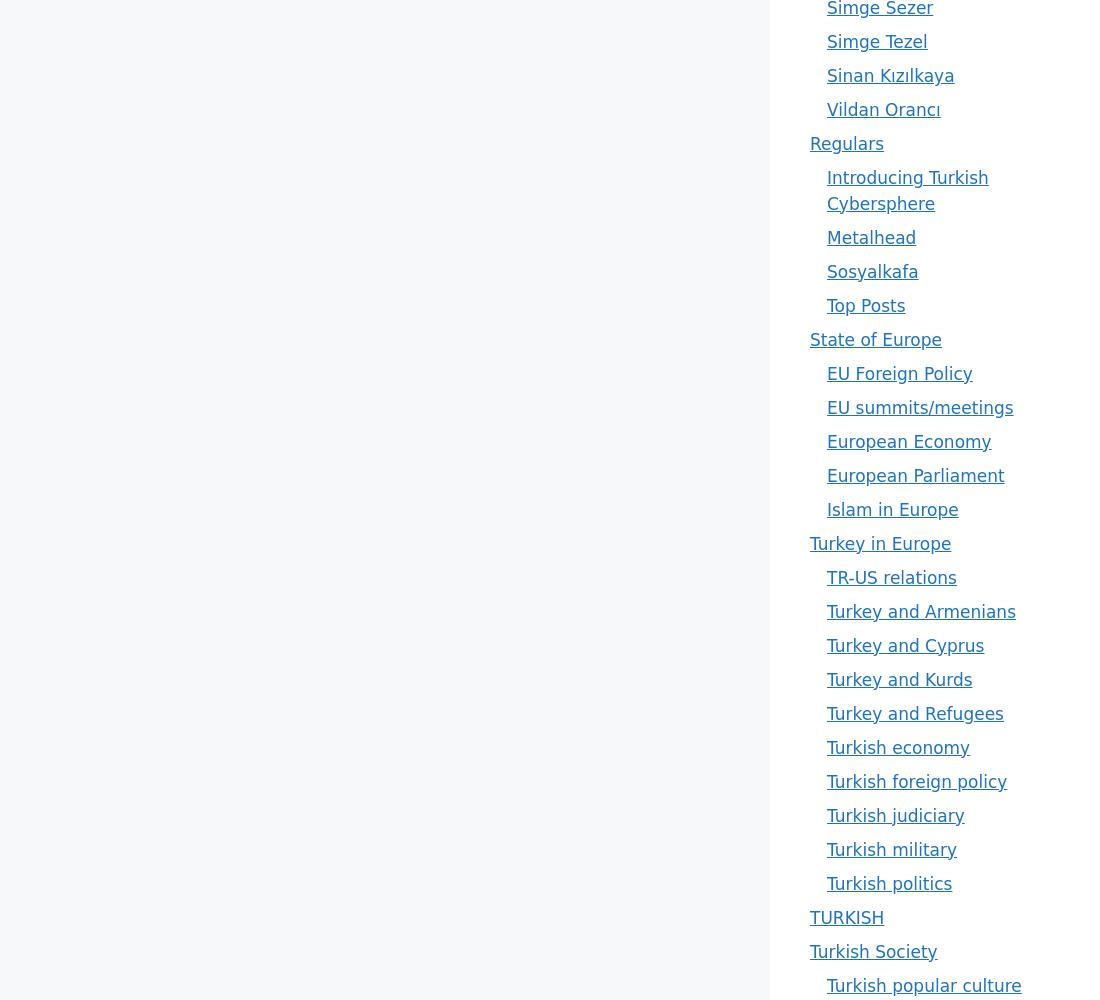 The image size is (1100, 1000). What do you see at coordinates (879, 543) in the screenshot?
I see `'Turkey in Europe'` at bounding box center [879, 543].